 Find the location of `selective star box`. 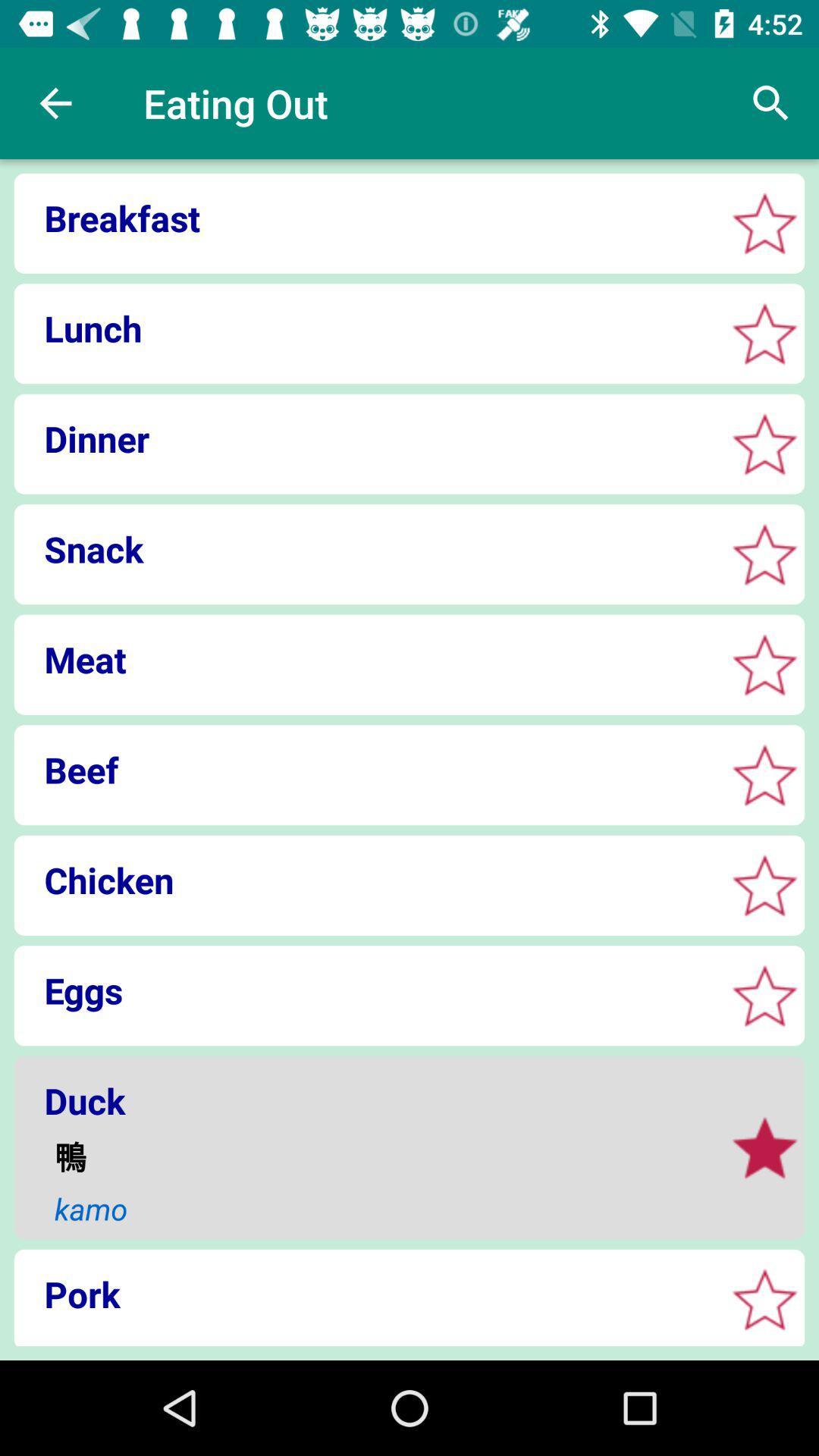

selective star box is located at coordinates (764, 333).